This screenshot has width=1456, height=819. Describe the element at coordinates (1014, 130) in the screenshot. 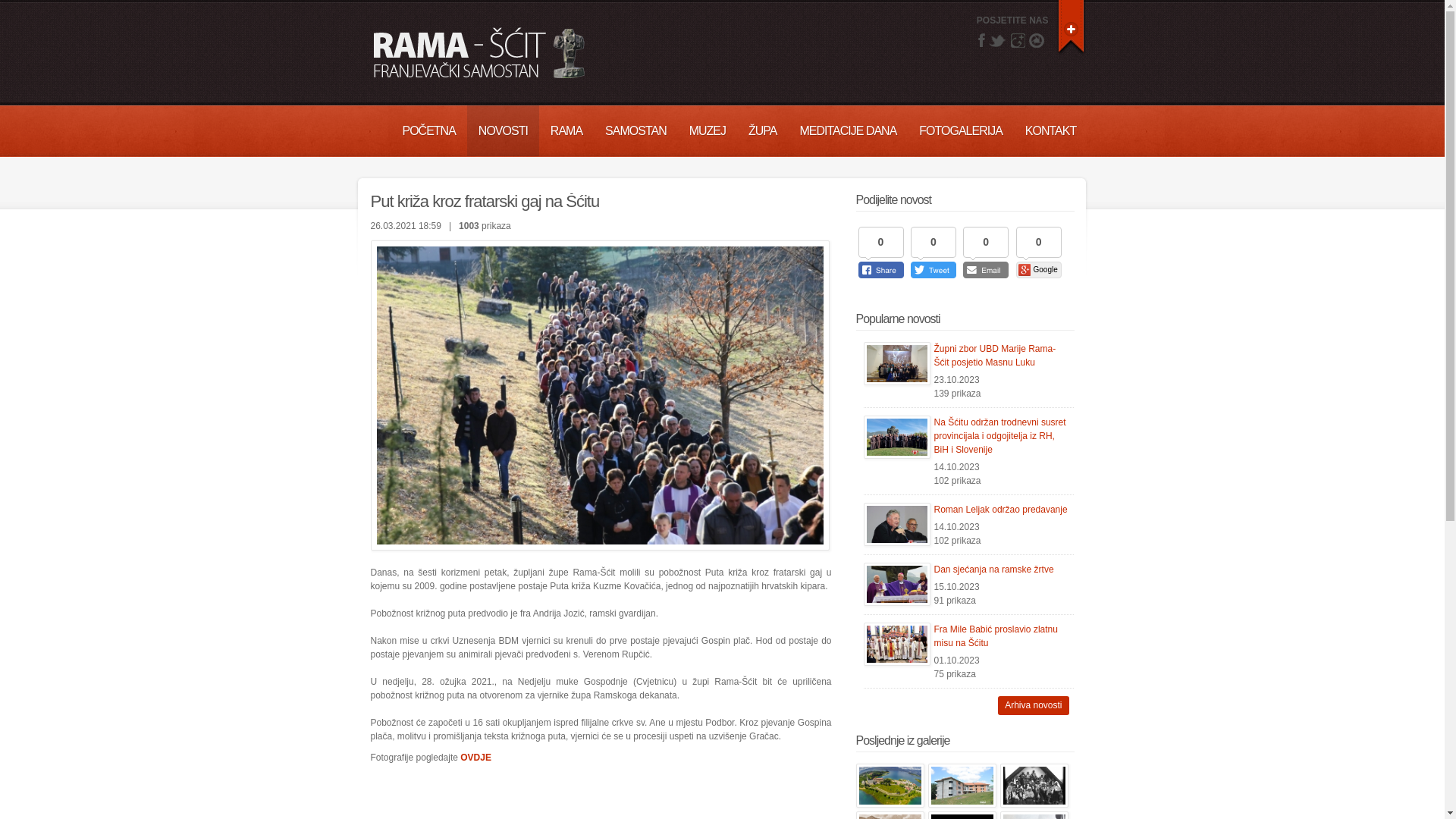

I see `'KONTAKT'` at that location.